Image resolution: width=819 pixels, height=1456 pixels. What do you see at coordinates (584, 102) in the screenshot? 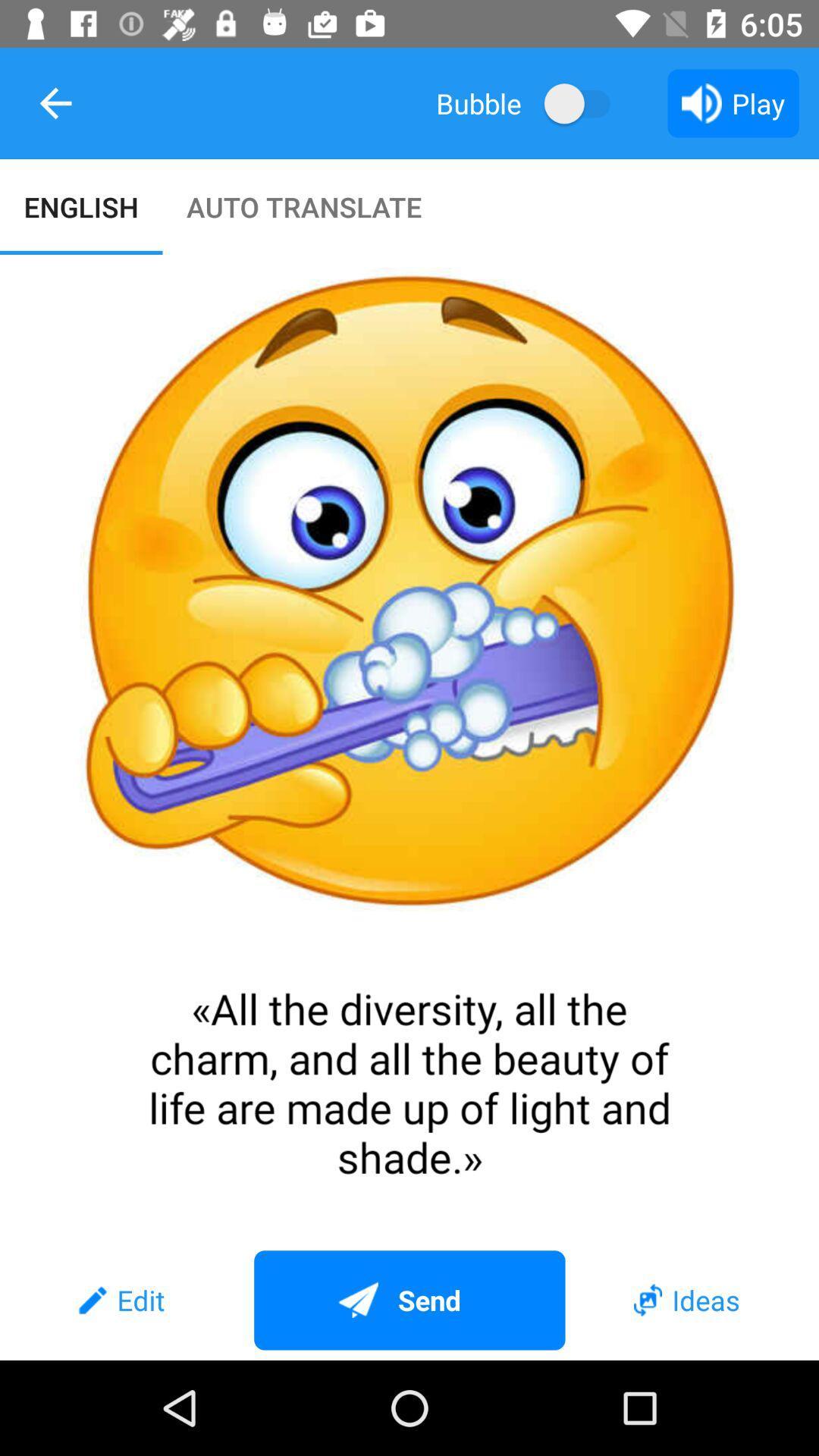
I see `bubble` at bounding box center [584, 102].